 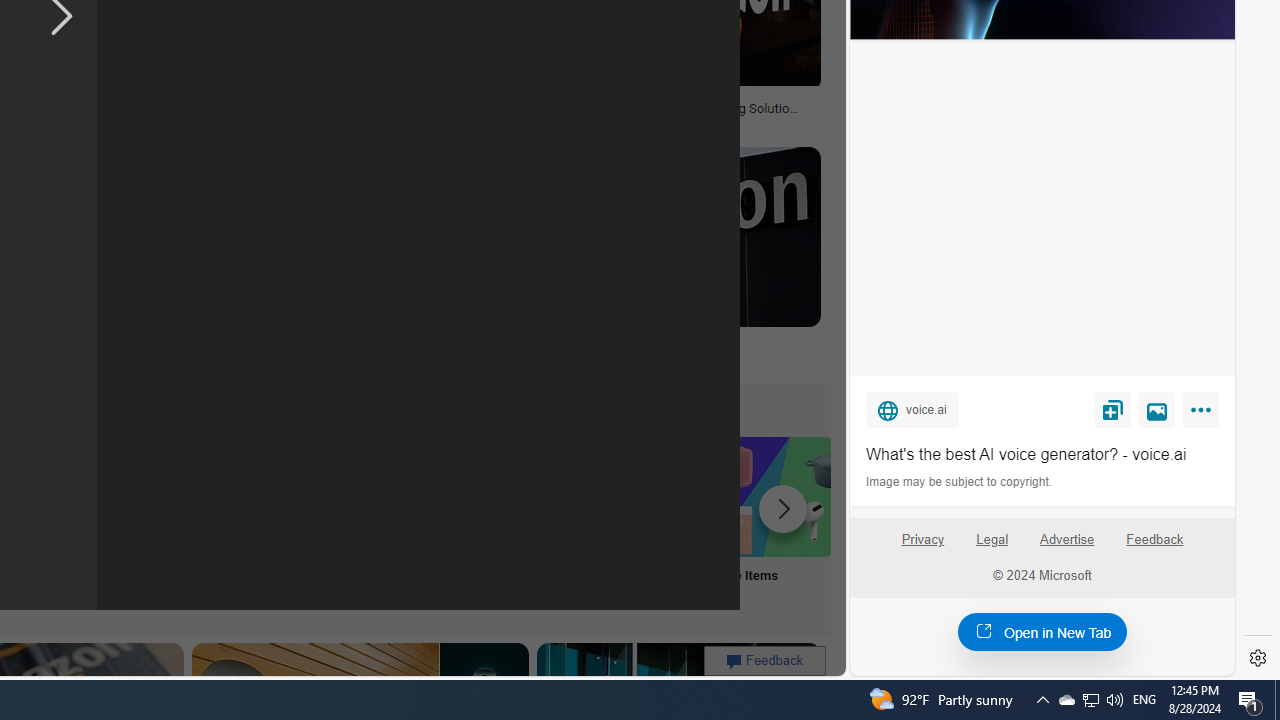 What do you see at coordinates (1111, 408) in the screenshot?
I see `'Save'` at bounding box center [1111, 408].